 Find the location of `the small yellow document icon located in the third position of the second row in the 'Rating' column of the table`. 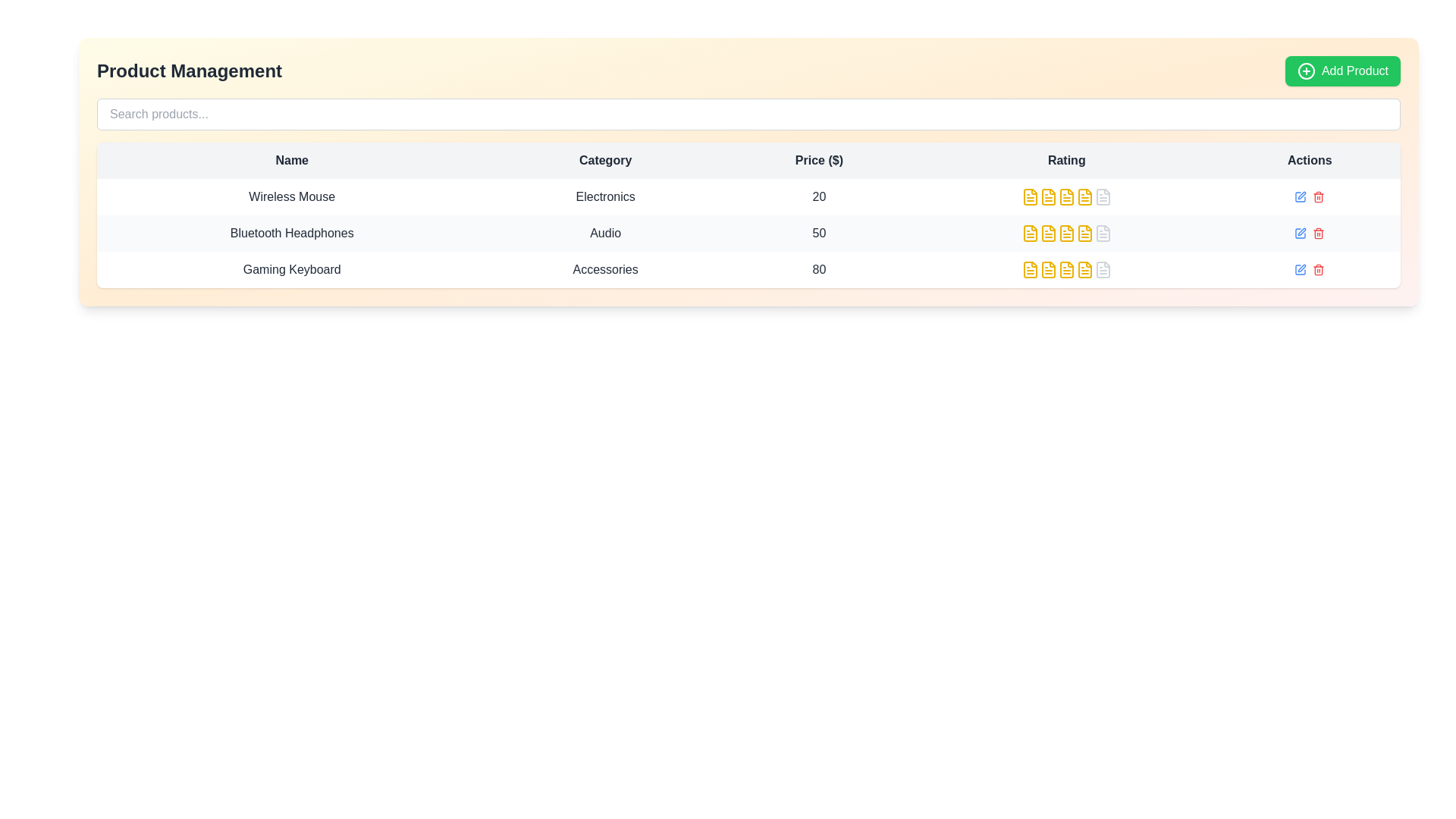

the small yellow document icon located in the third position of the second row in the 'Rating' column of the table is located at coordinates (1047, 234).